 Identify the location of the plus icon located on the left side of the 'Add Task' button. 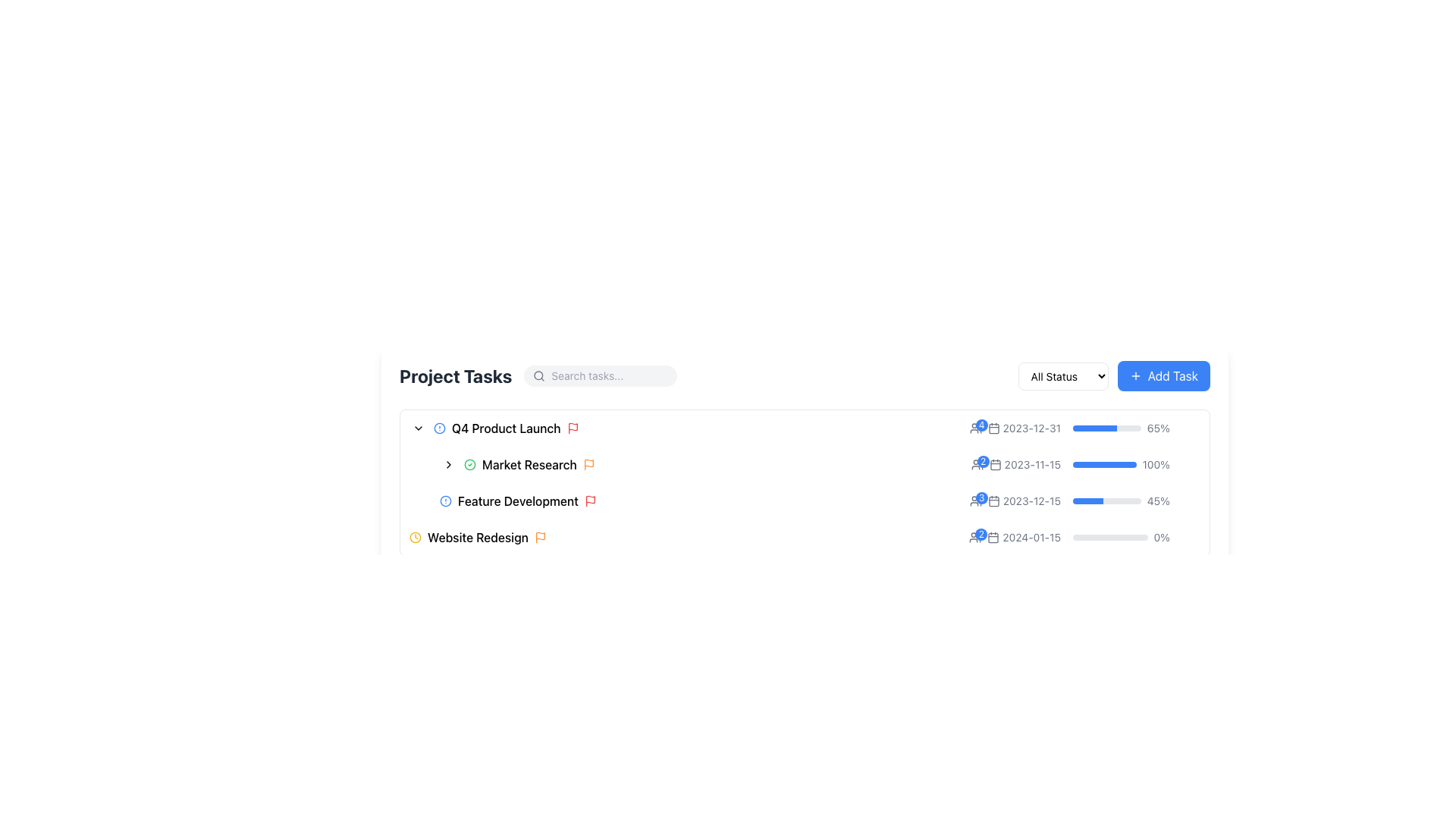
(1135, 375).